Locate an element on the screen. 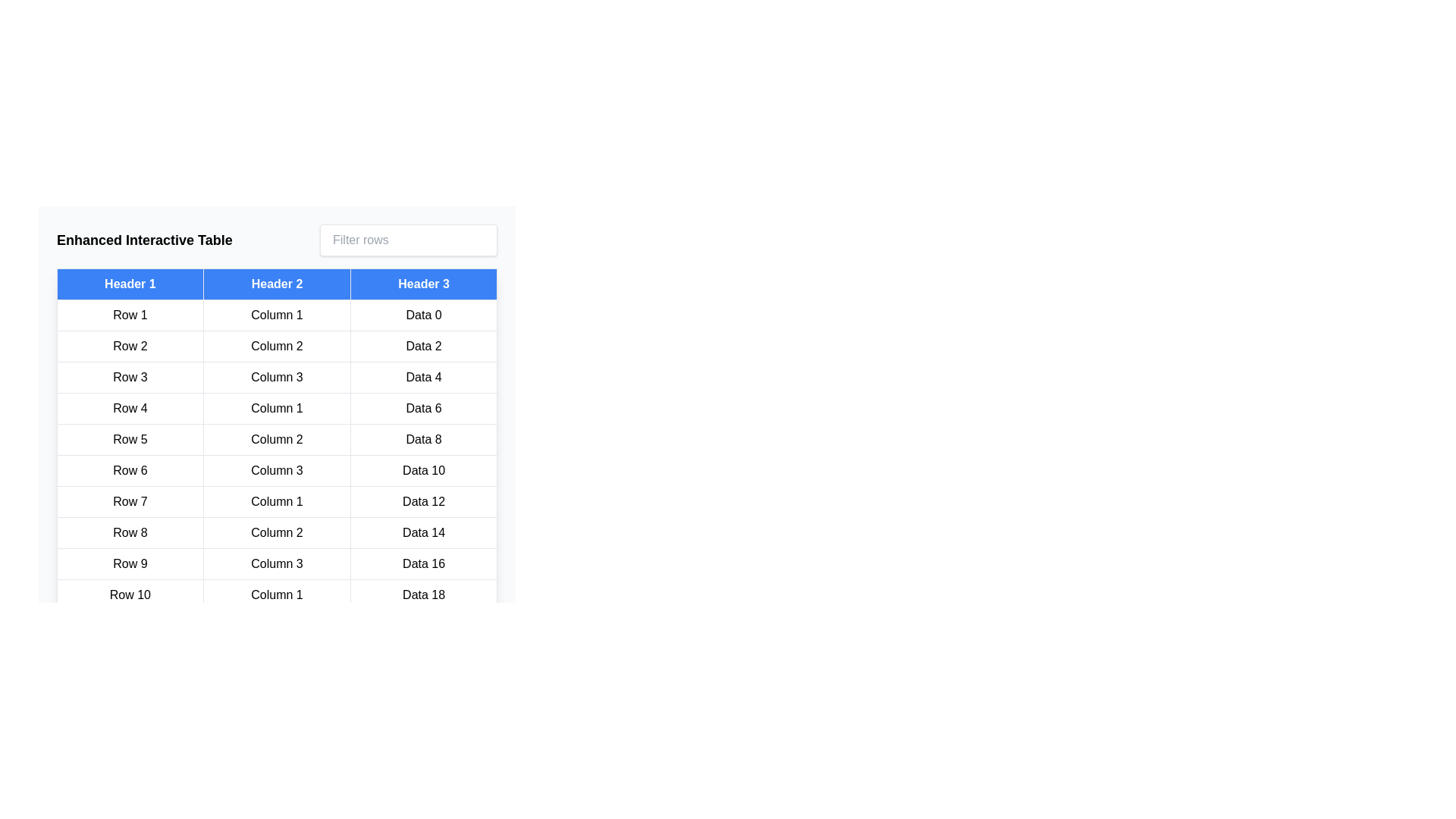 The width and height of the screenshot is (1456, 819). the header Header 3 to interact with the table column is located at coordinates (424, 284).